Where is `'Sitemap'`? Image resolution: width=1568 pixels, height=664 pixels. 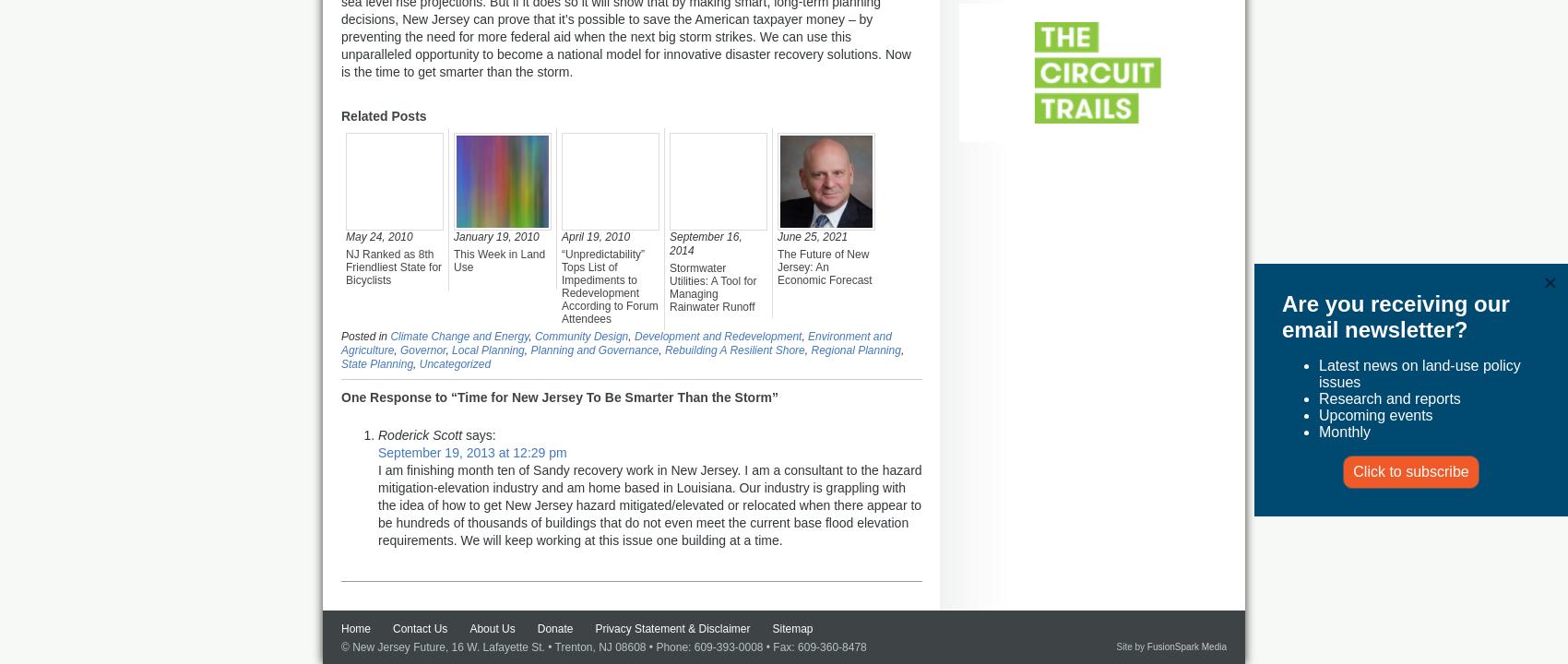
'Sitemap' is located at coordinates (771, 627).